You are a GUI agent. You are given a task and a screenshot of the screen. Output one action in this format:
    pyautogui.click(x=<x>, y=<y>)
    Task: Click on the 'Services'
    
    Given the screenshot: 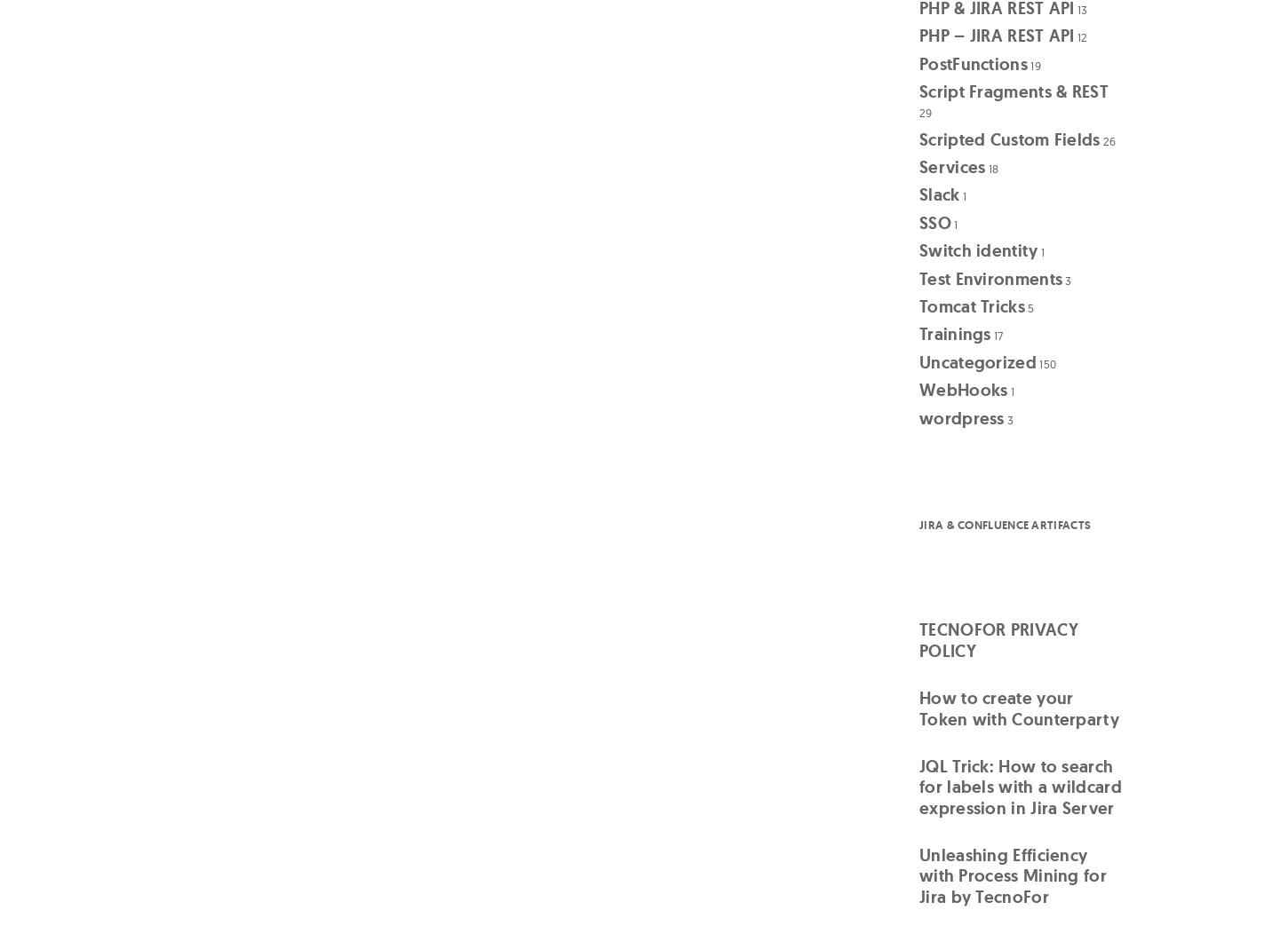 What is the action you would take?
    pyautogui.click(x=951, y=166)
    